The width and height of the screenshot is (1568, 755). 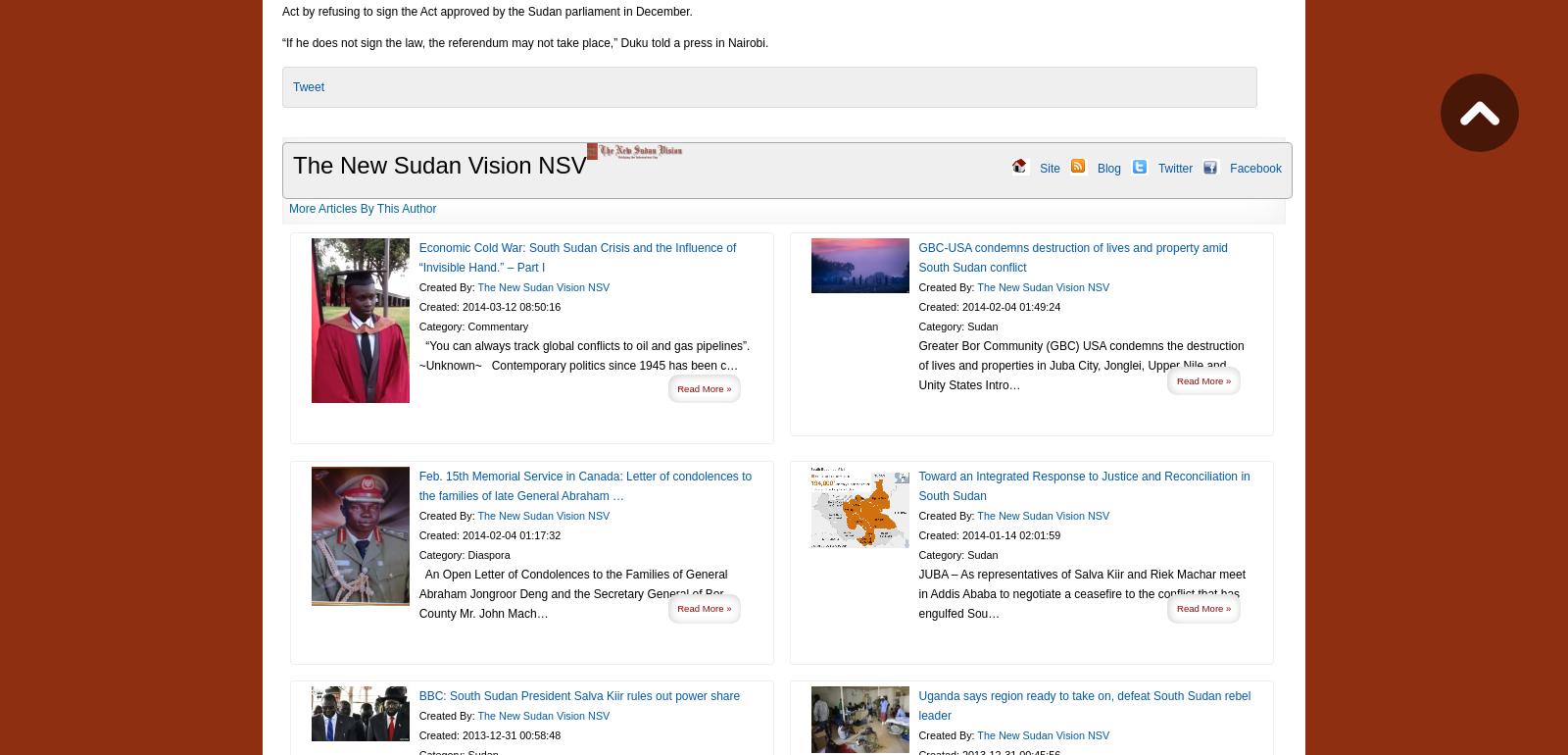 What do you see at coordinates (916, 306) in the screenshot?
I see `'Created: 2014-02-04 01:49:24'` at bounding box center [916, 306].